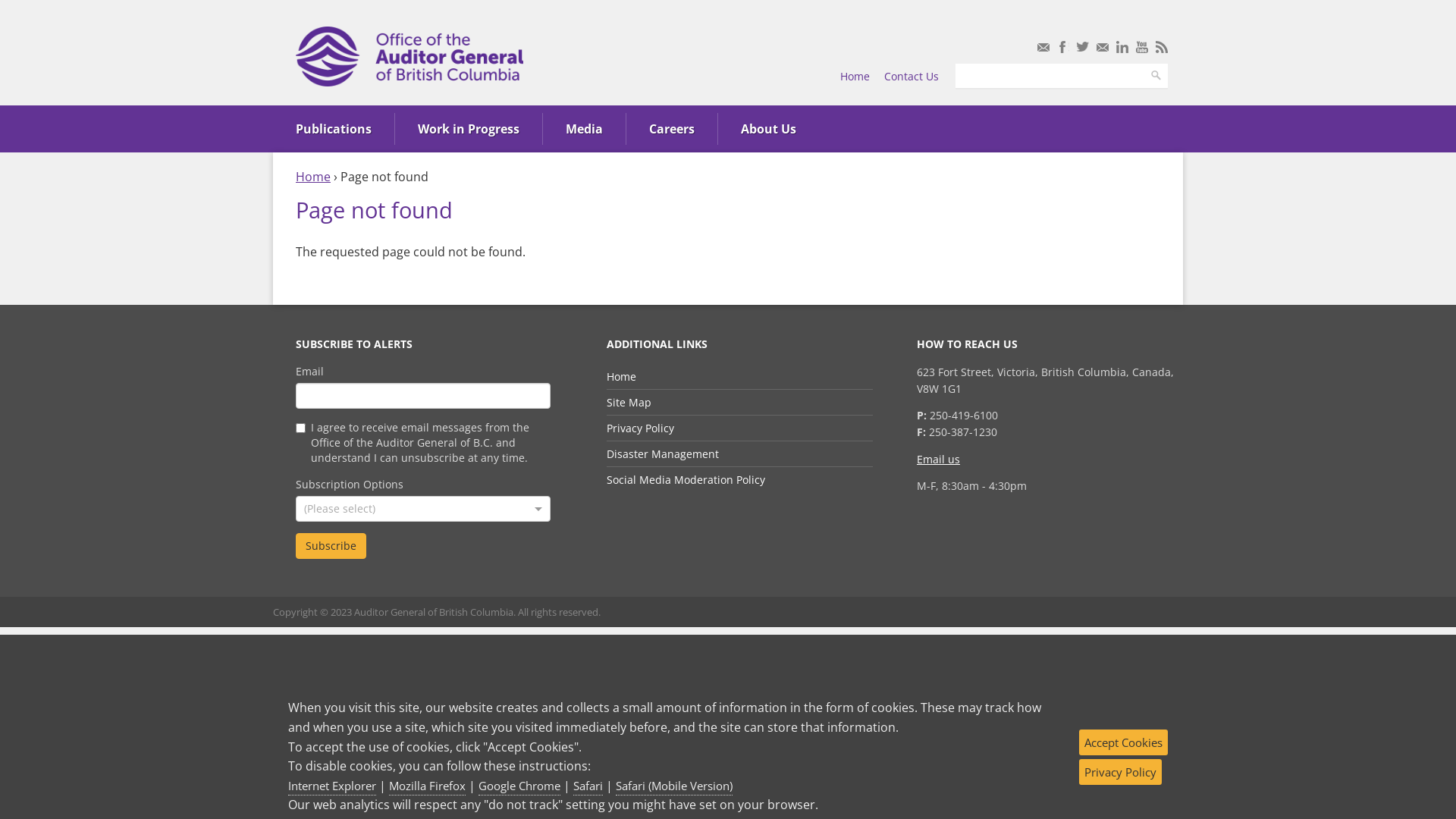 The image size is (1456, 819). Describe the element at coordinates (331, 786) in the screenshot. I see `'Internet Explorer'` at that location.